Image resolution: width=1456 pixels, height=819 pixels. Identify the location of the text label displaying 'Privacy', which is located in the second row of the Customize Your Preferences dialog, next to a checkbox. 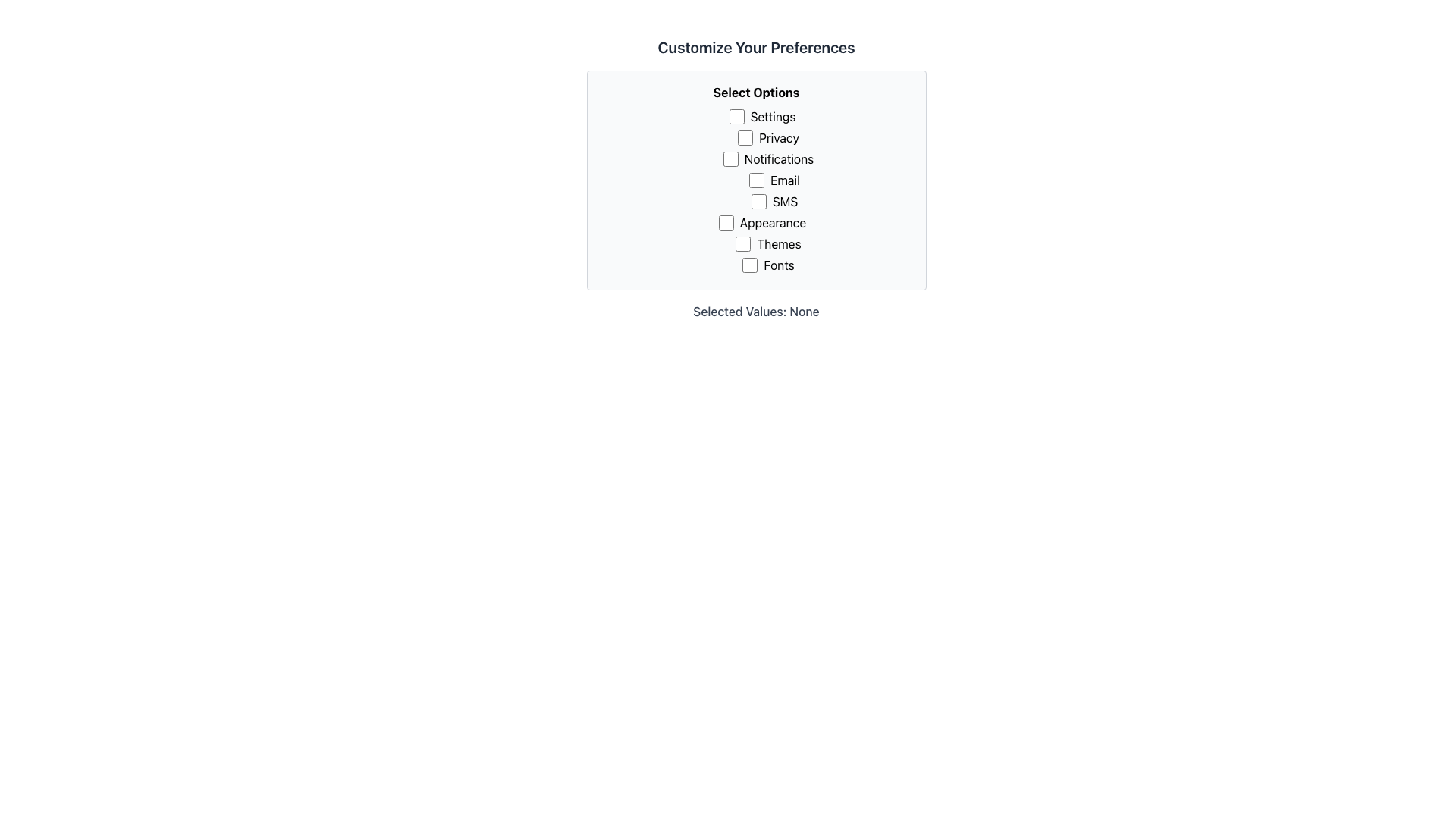
(768, 137).